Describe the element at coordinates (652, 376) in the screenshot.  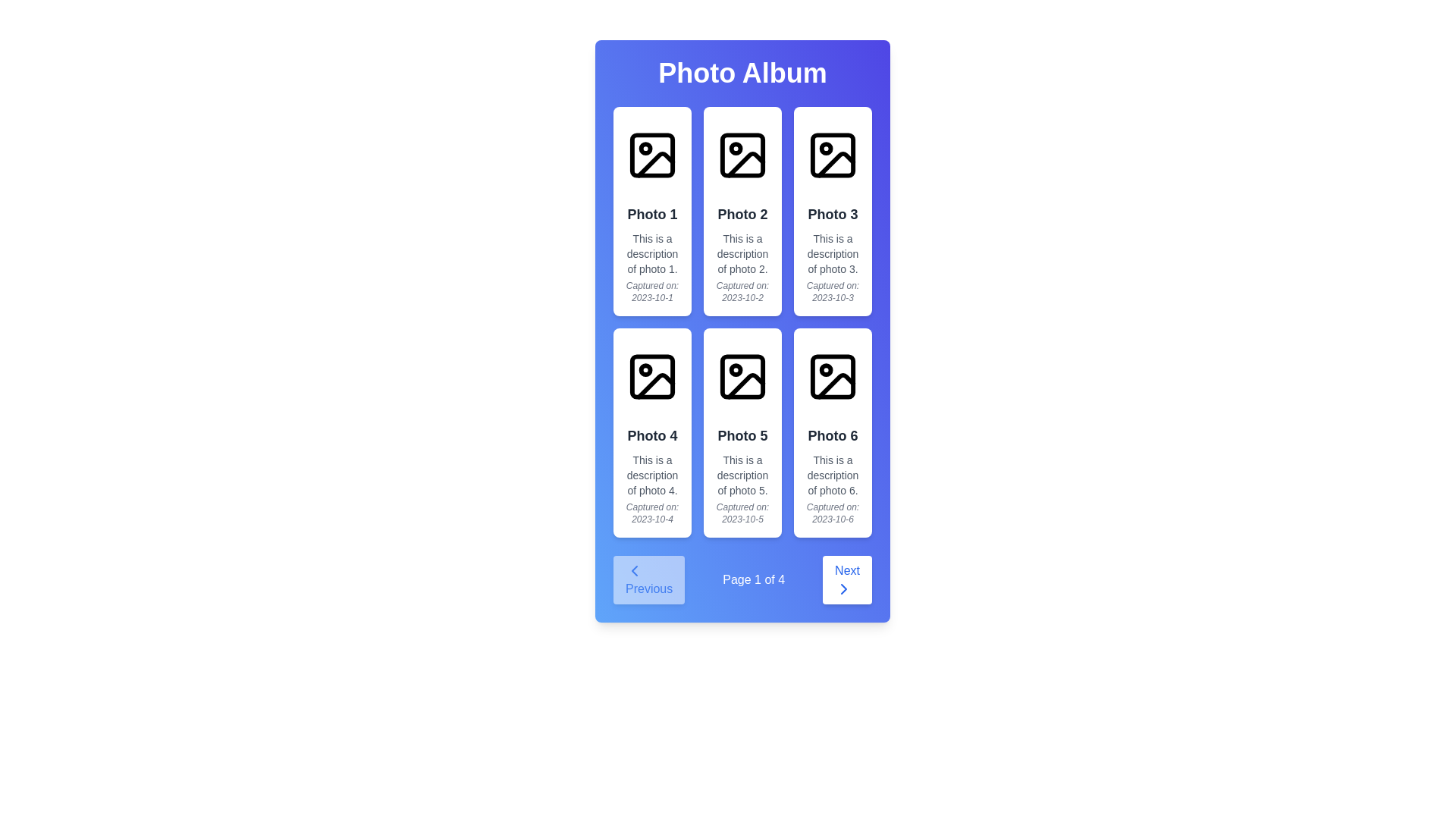
I see `the decorative SVG rectangle representing the photo icon located in the top-left of the photo card for 'Photo 4' in the second row, first column of the grid layout` at that location.